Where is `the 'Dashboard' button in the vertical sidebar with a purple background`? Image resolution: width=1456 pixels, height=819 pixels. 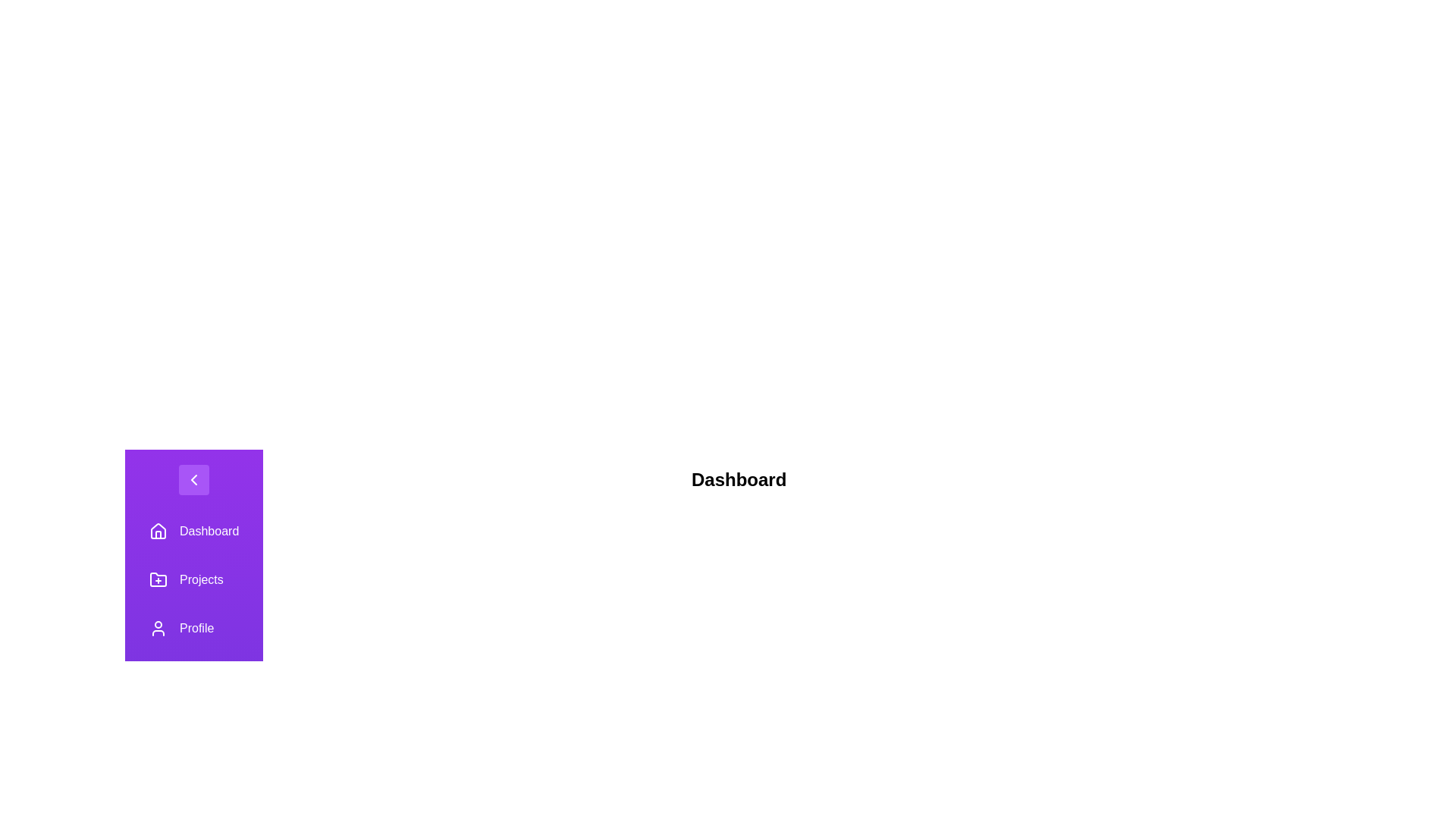 the 'Dashboard' button in the vertical sidebar with a purple background is located at coordinates (193, 531).